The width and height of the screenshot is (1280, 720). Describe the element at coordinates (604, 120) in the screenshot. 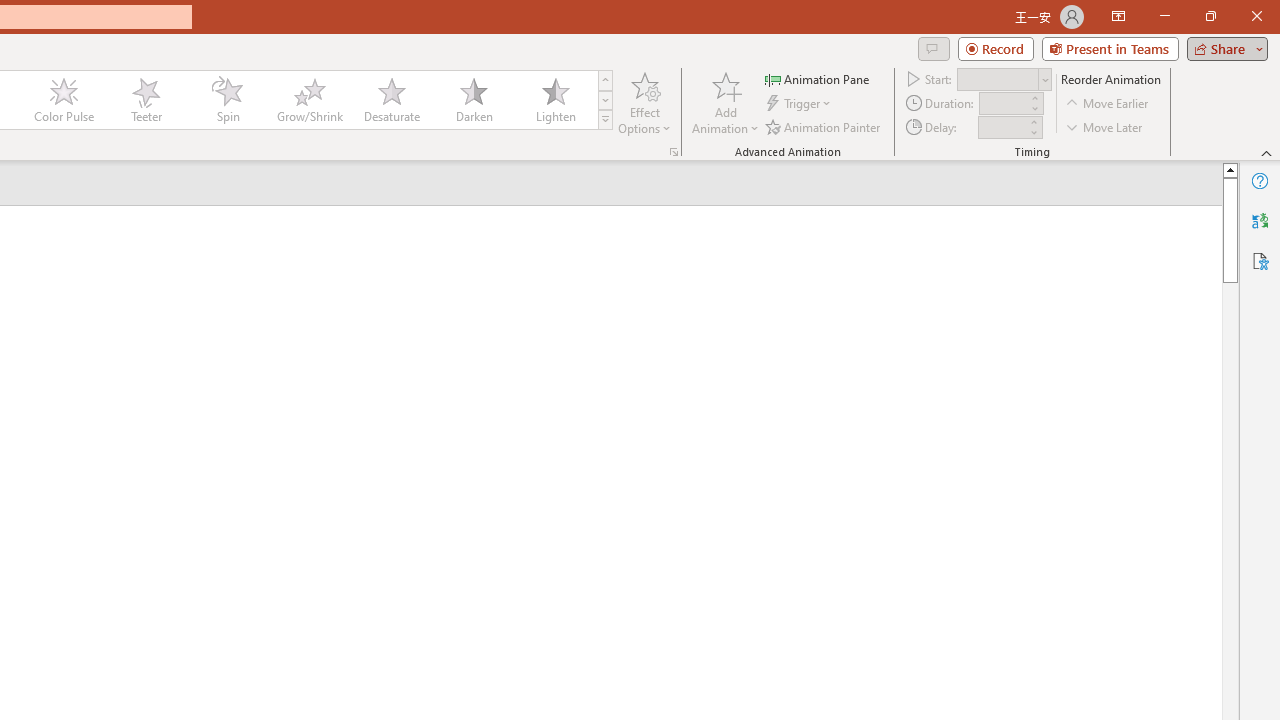

I see `'Animation Styles'` at that location.